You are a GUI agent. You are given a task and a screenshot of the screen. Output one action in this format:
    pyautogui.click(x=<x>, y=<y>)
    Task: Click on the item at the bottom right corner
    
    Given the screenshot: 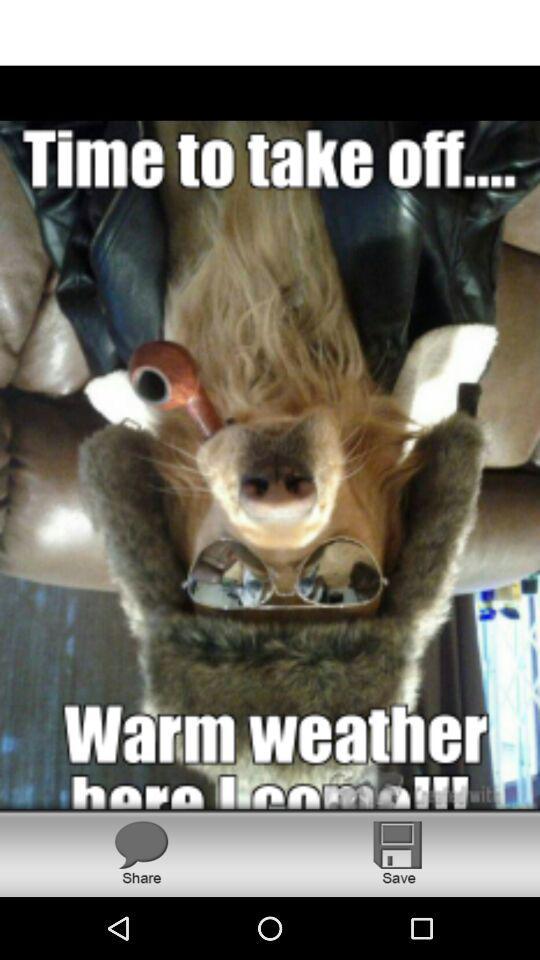 What is the action you would take?
    pyautogui.click(x=398, y=851)
    